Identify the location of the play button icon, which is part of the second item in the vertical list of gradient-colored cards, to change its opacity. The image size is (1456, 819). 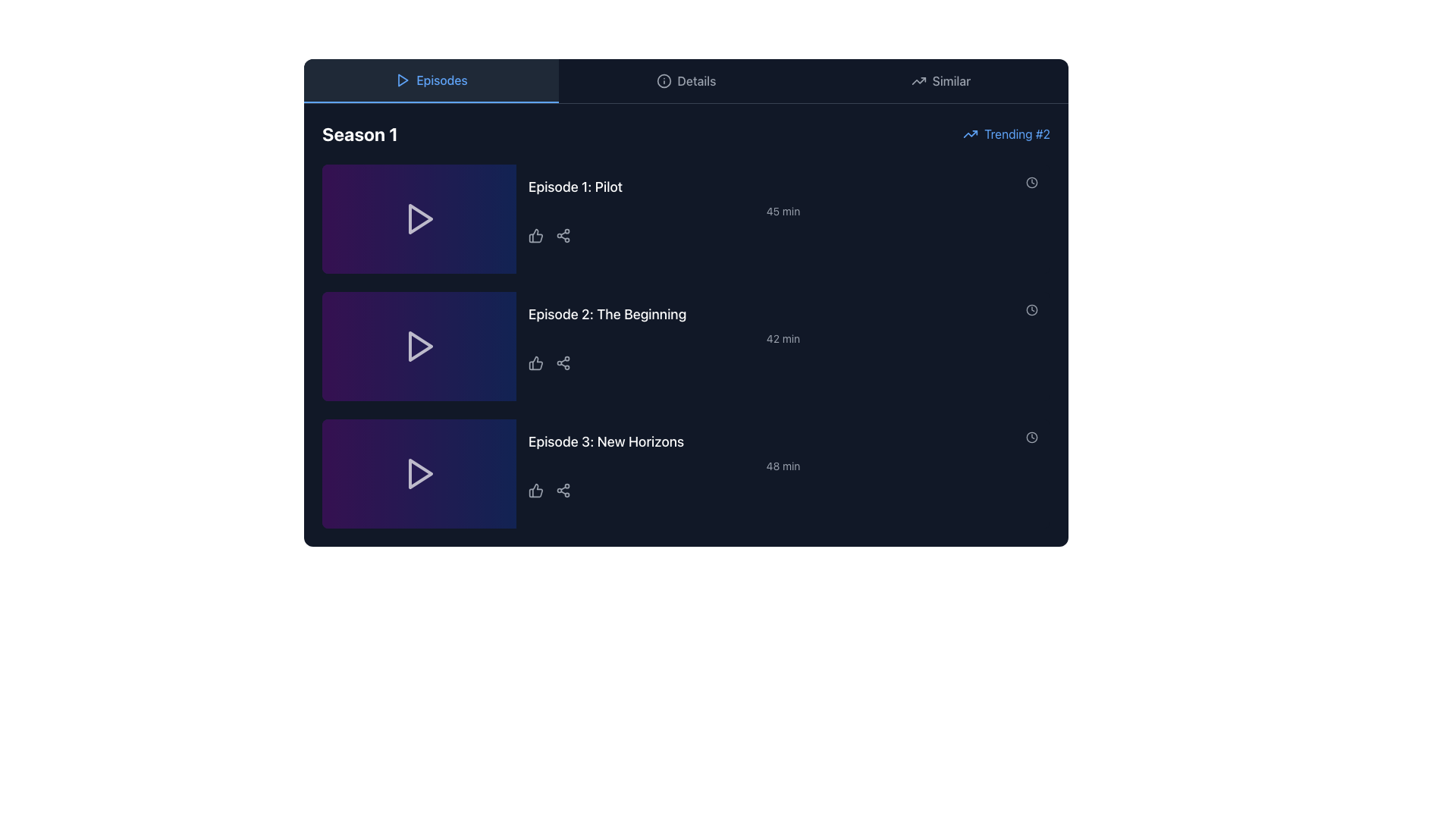
(419, 346).